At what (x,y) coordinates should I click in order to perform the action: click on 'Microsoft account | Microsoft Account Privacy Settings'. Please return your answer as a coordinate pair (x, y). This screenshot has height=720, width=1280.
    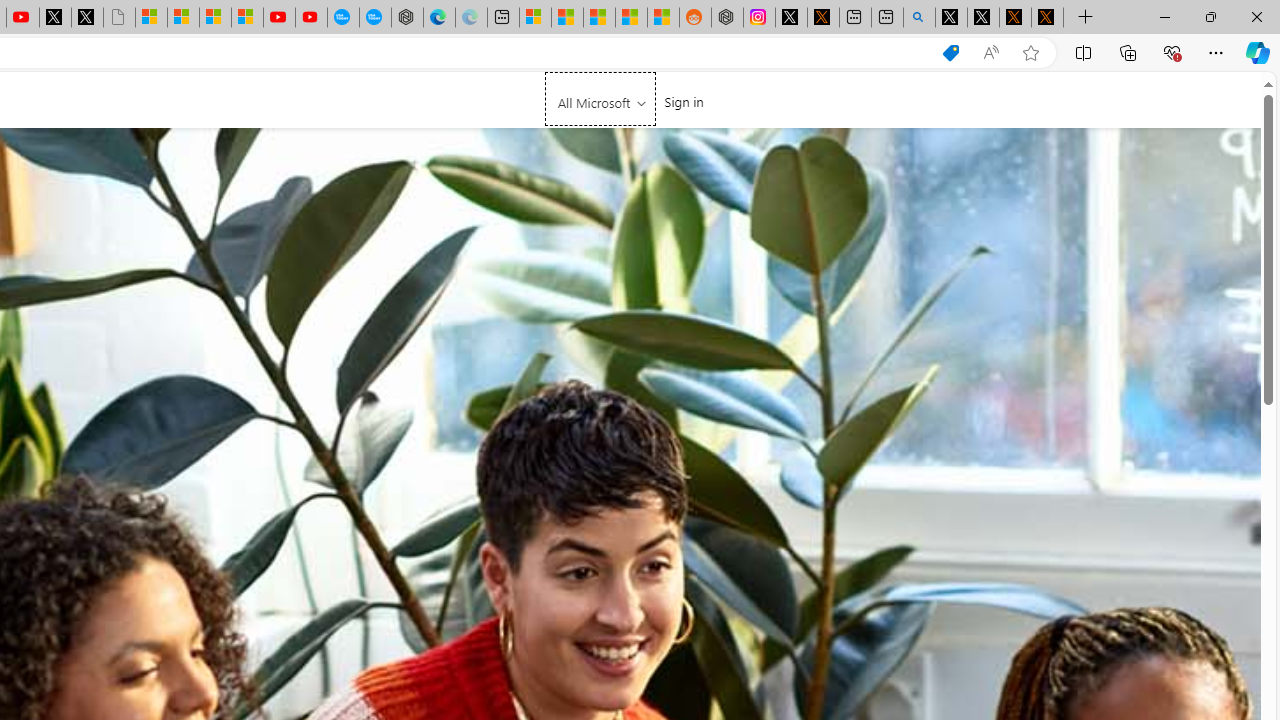
    Looking at the image, I should click on (535, 17).